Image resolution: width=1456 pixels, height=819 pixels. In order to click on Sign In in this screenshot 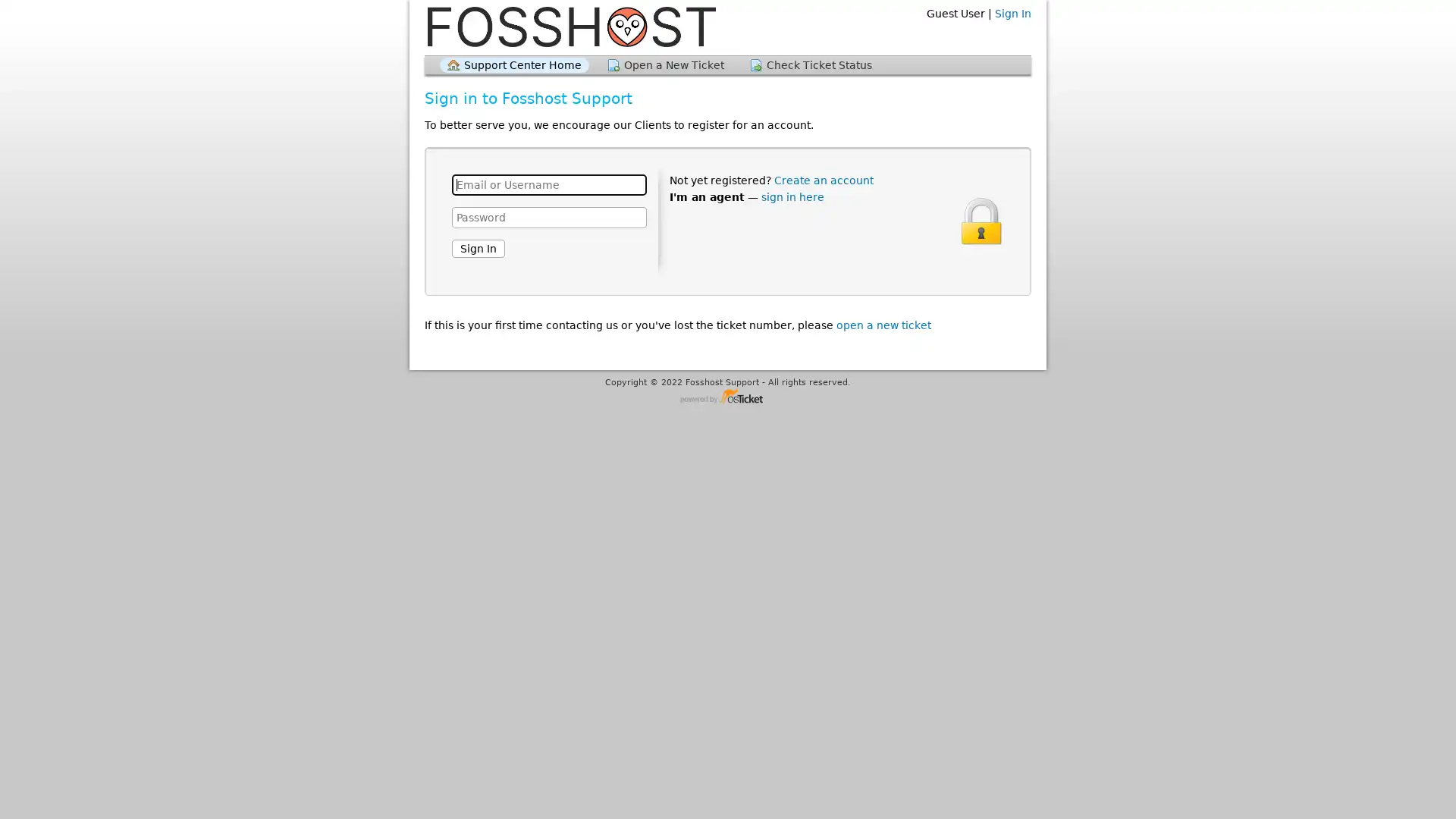, I will do `click(477, 247)`.